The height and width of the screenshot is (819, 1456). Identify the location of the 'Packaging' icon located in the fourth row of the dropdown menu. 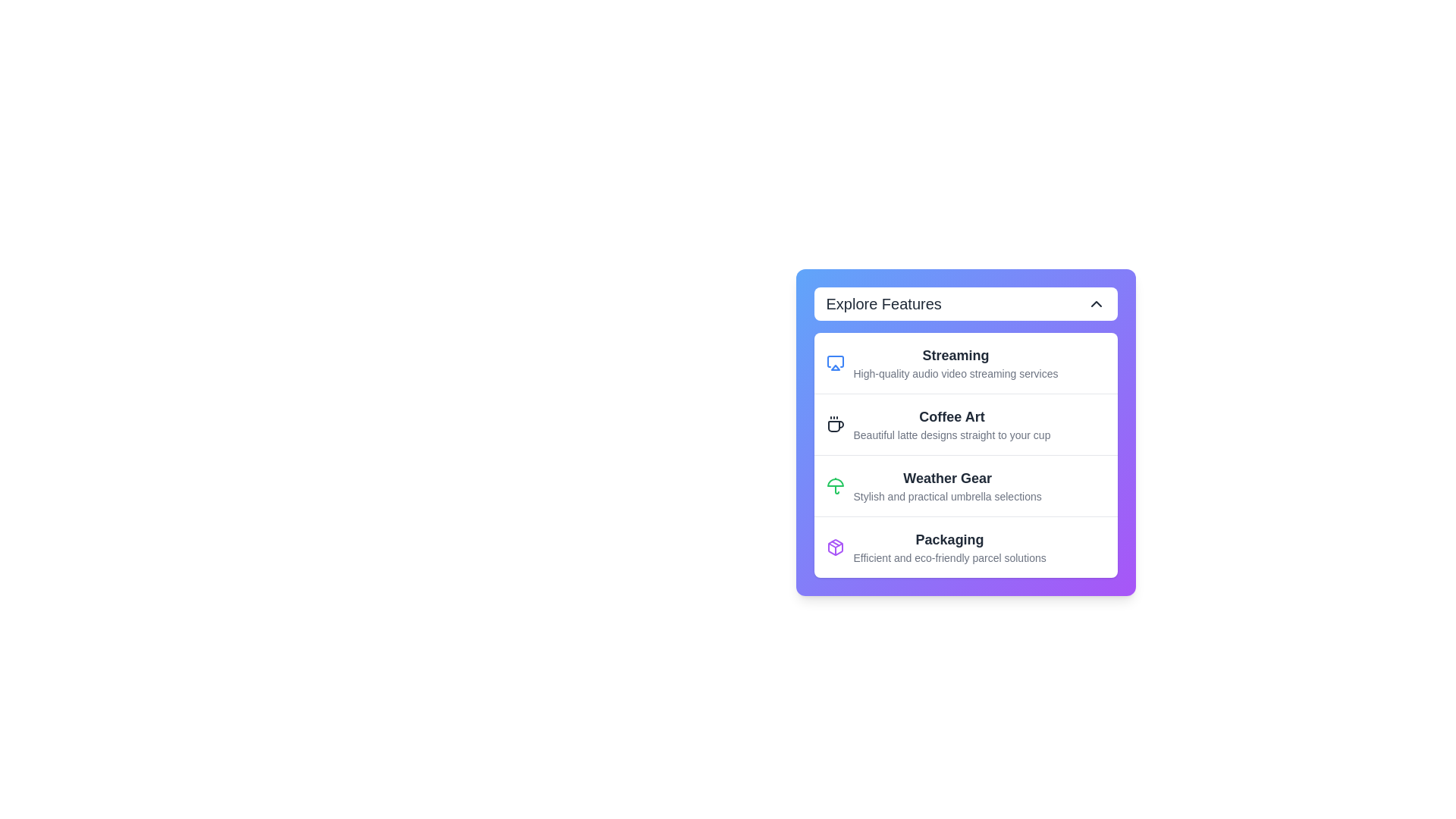
(834, 547).